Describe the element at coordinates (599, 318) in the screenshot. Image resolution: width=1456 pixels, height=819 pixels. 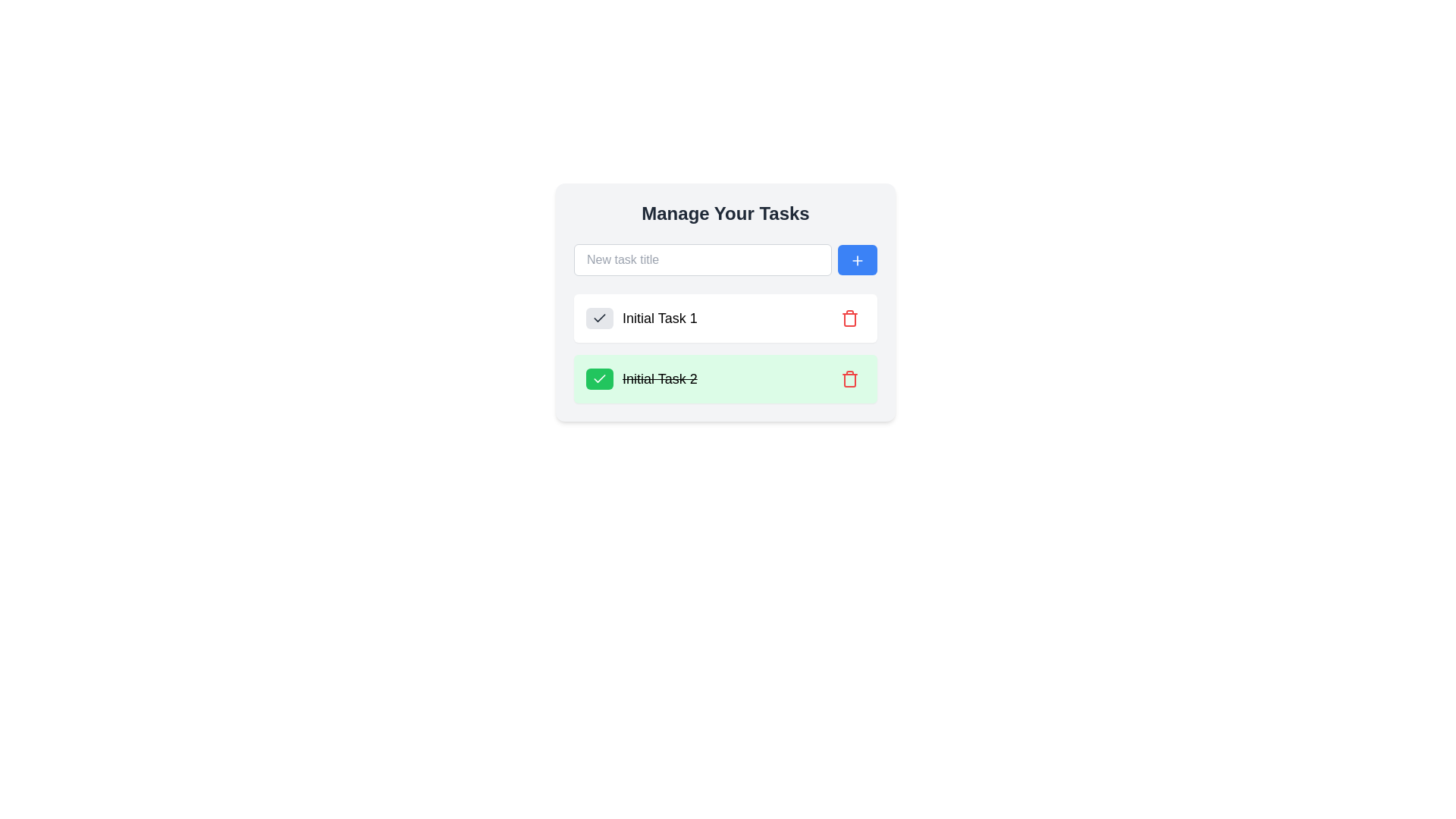
I see `the checkbox styled as a button` at that location.